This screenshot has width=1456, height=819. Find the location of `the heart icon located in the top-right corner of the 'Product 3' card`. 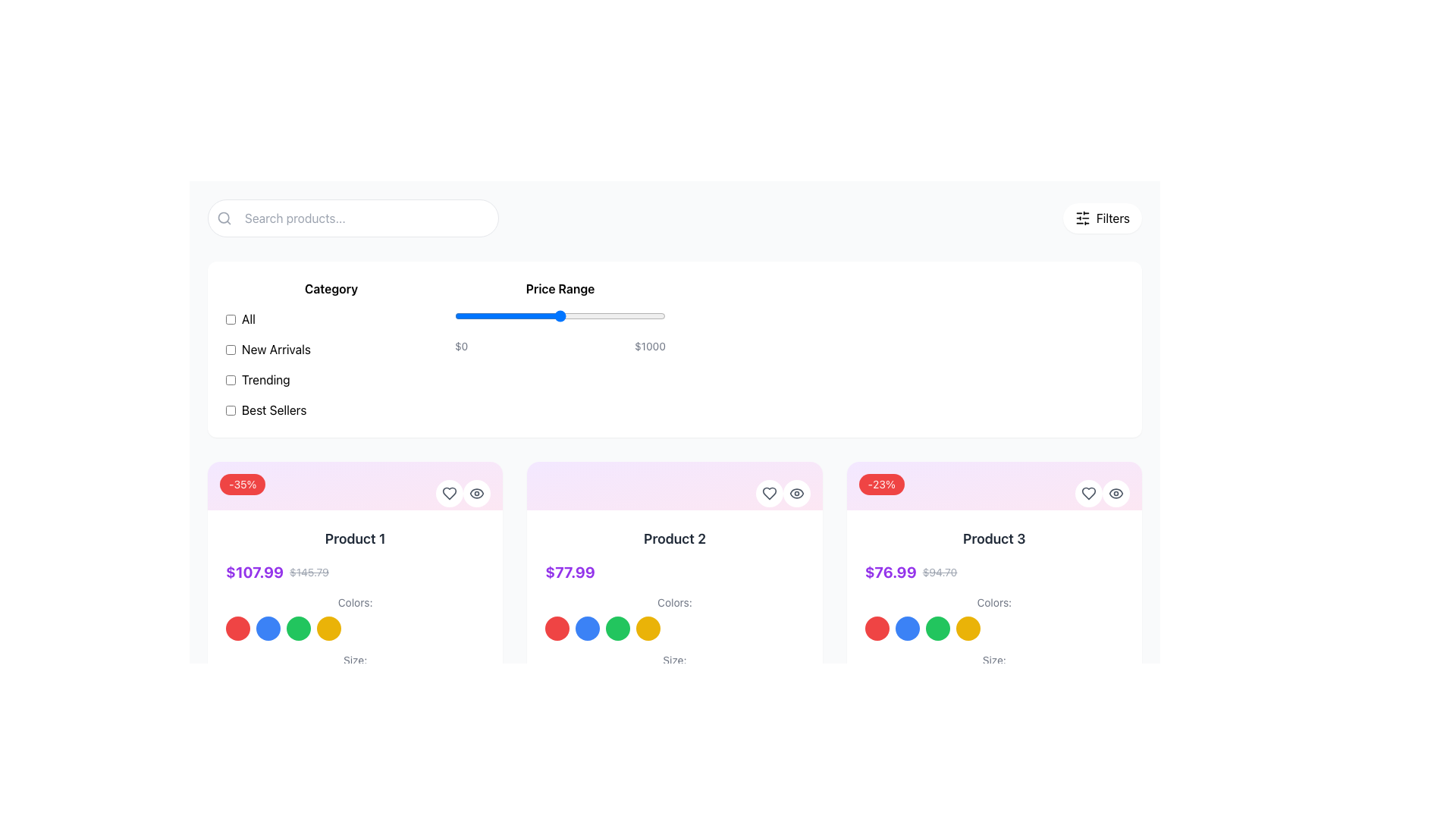

the heart icon located in the top-right corner of the 'Product 3' card is located at coordinates (1087, 494).